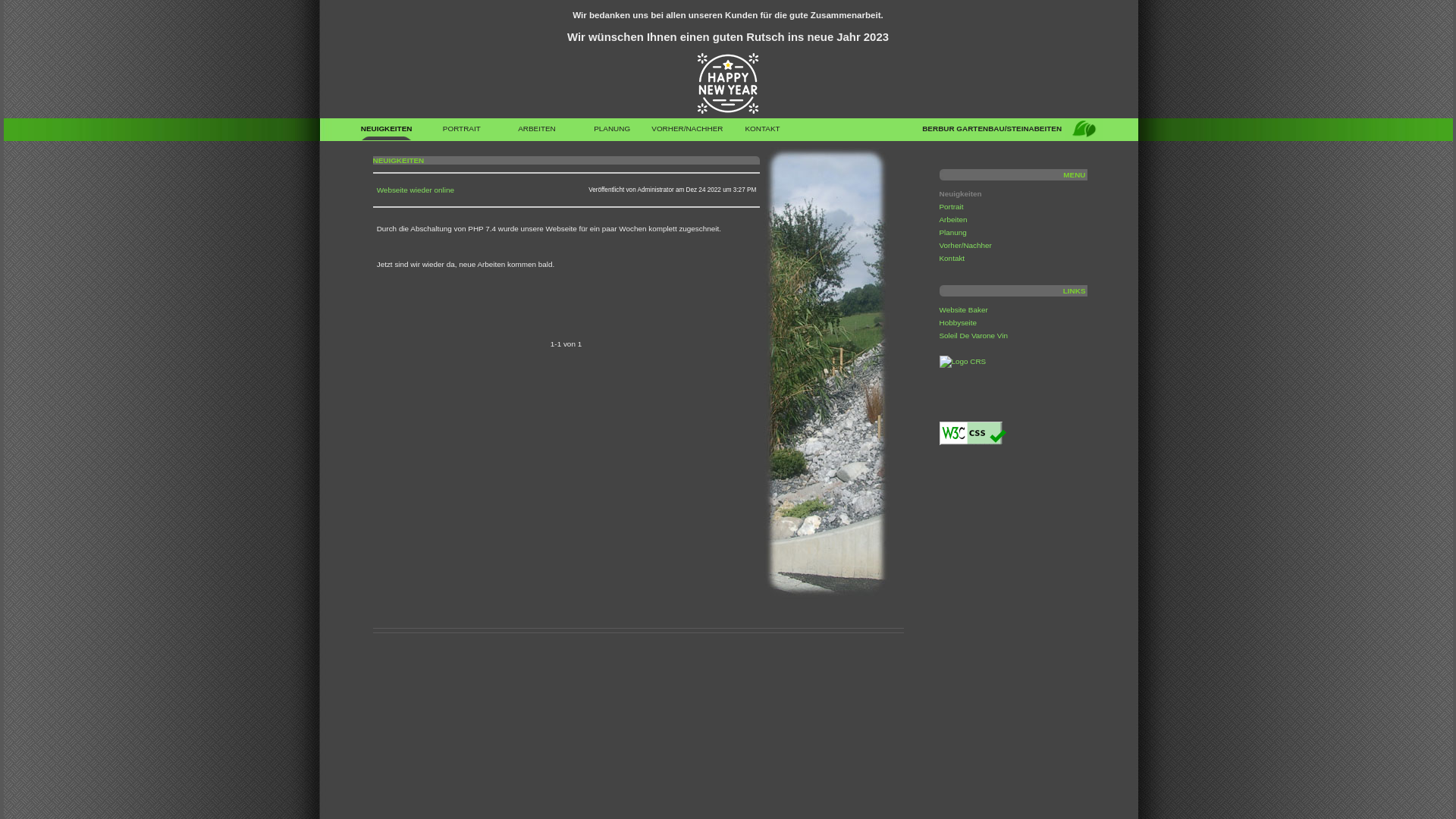  What do you see at coordinates (952, 232) in the screenshot?
I see `'Planung'` at bounding box center [952, 232].